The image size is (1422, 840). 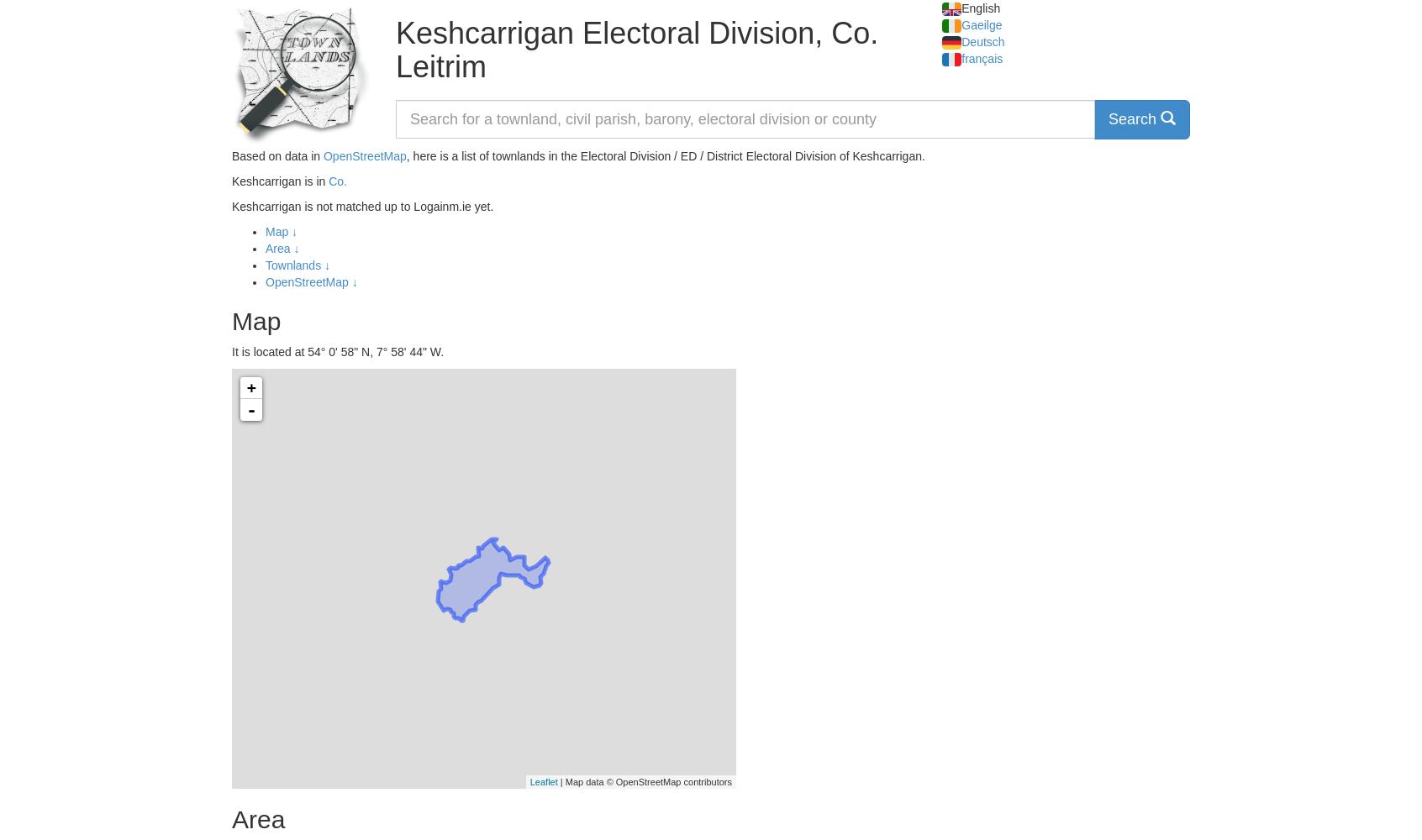 What do you see at coordinates (337, 181) in the screenshot?
I see `'Co.'` at bounding box center [337, 181].